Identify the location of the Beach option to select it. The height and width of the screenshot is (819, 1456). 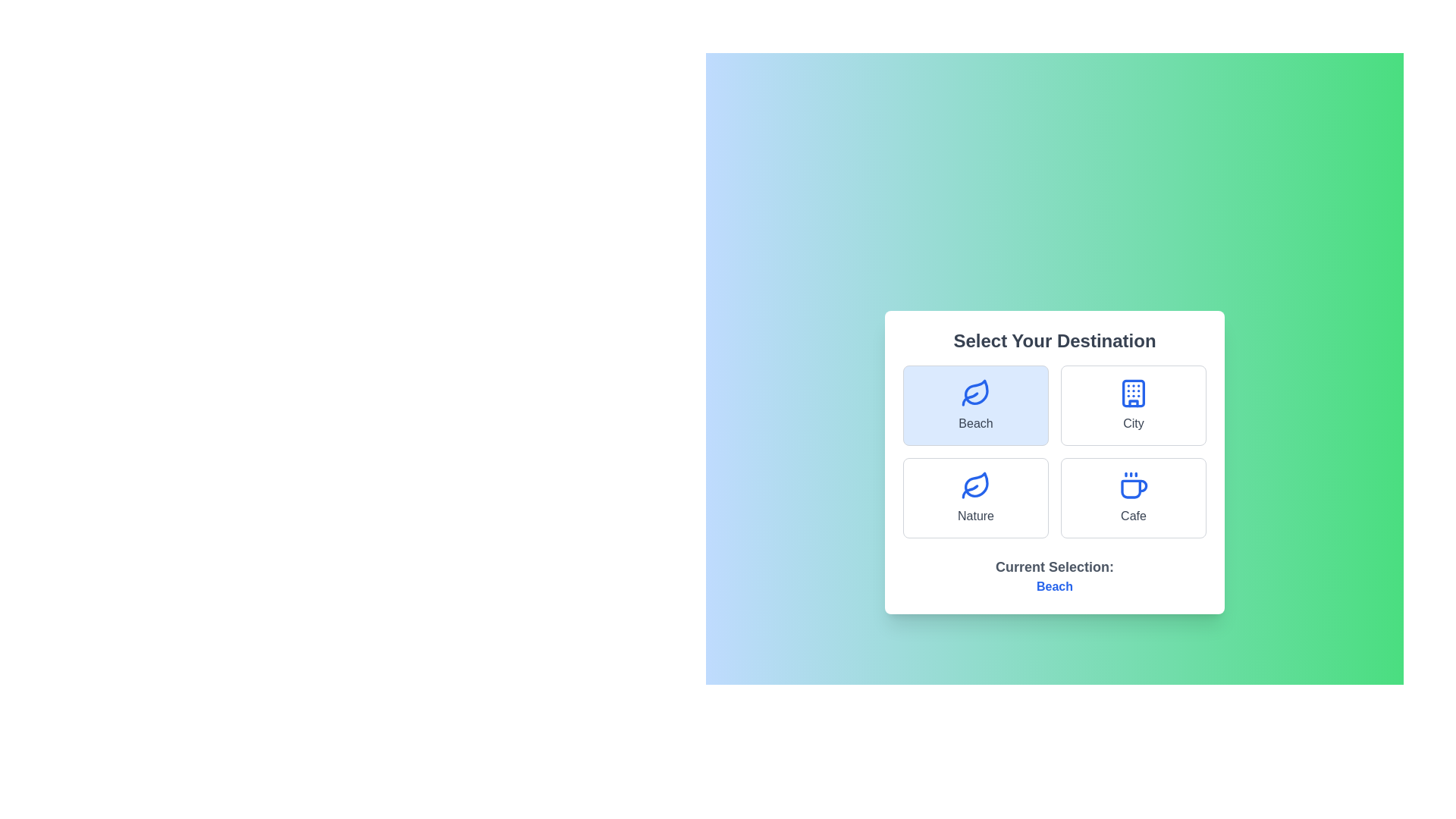
(975, 405).